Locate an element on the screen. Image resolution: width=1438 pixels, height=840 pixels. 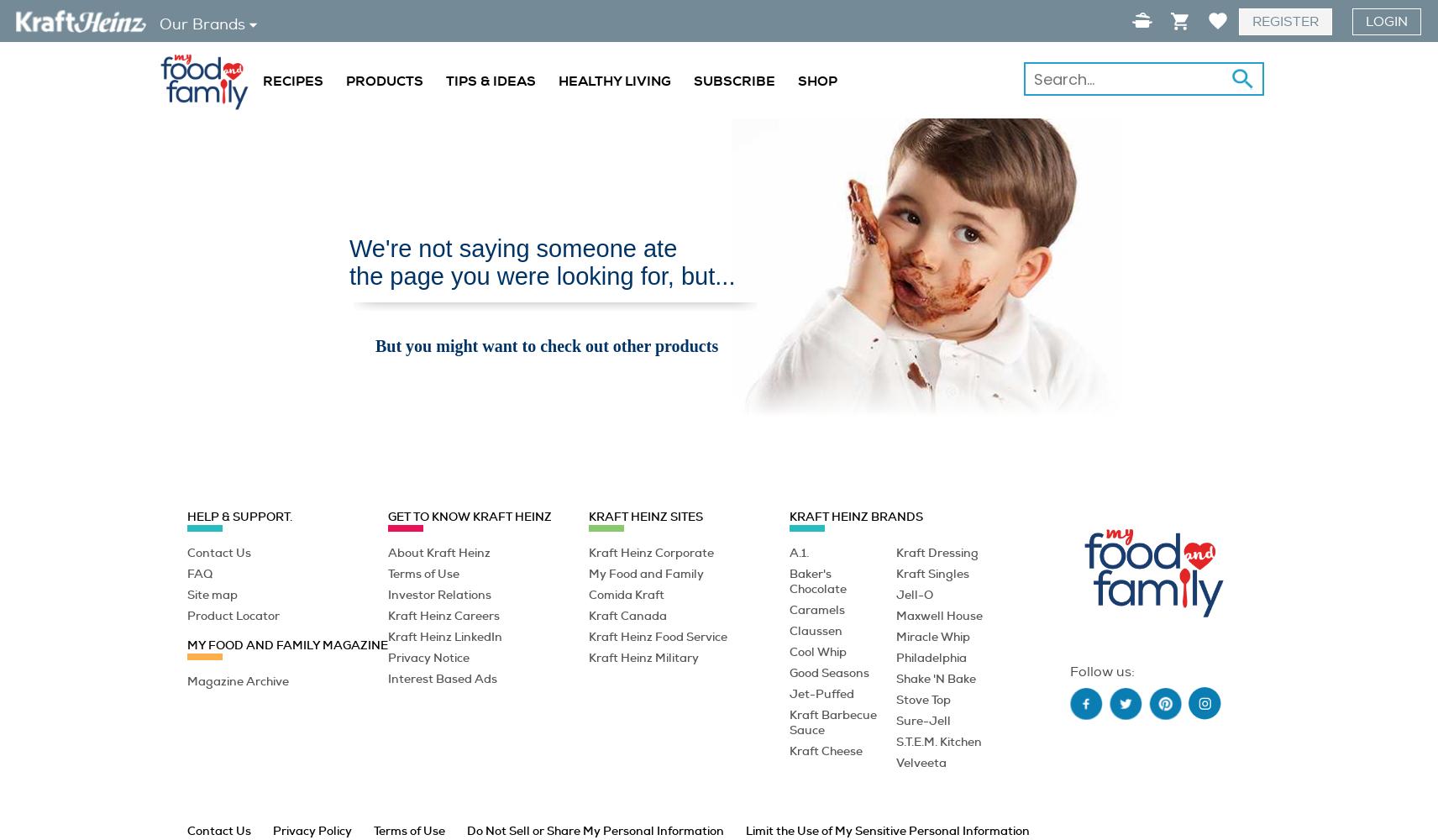
'We're not saying someone ate' is located at coordinates (512, 249).